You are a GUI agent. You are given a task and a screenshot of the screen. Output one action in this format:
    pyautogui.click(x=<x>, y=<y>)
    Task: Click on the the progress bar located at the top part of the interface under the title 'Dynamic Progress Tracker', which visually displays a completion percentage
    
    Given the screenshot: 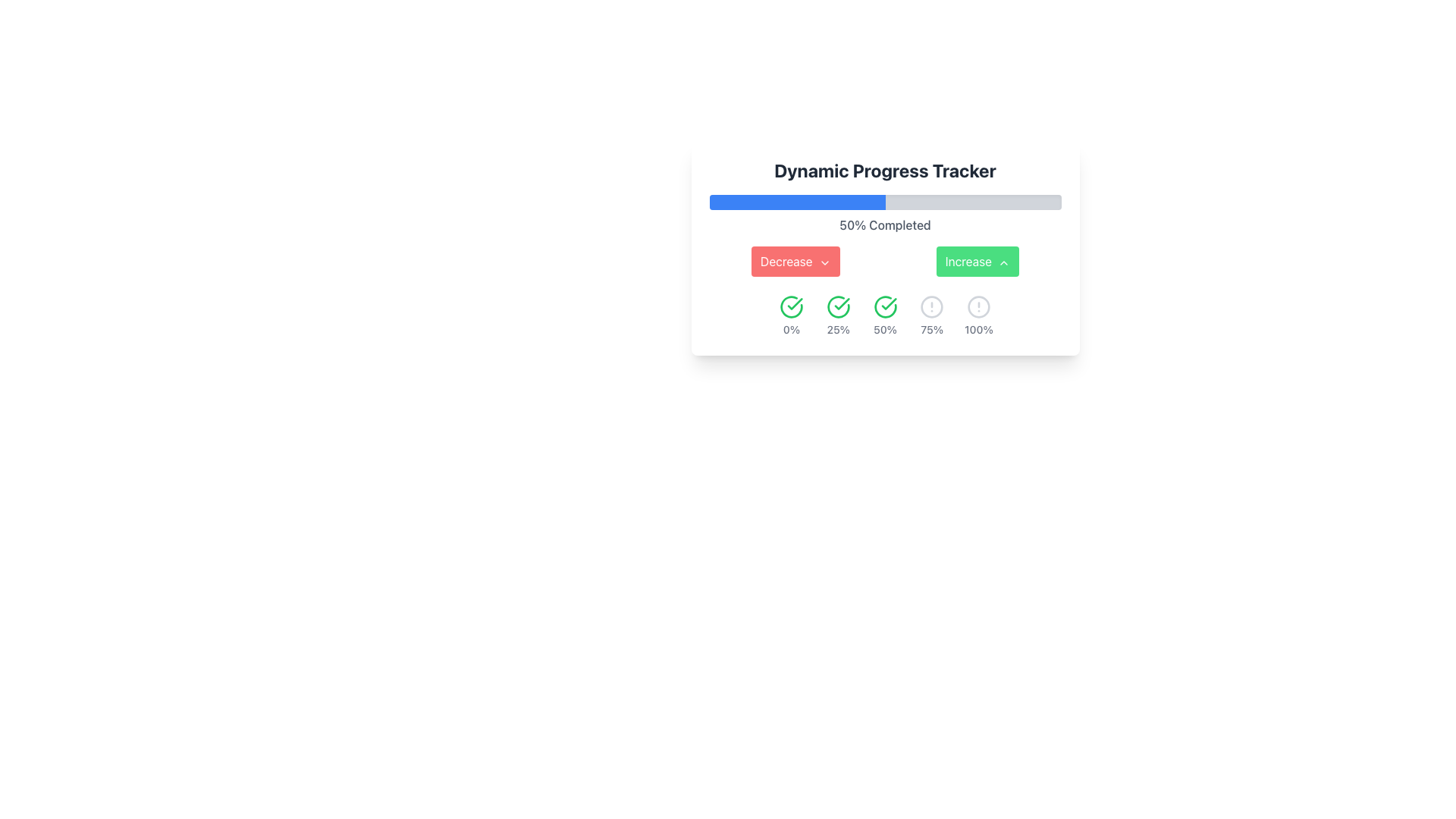 What is the action you would take?
    pyautogui.click(x=796, y=201)
    